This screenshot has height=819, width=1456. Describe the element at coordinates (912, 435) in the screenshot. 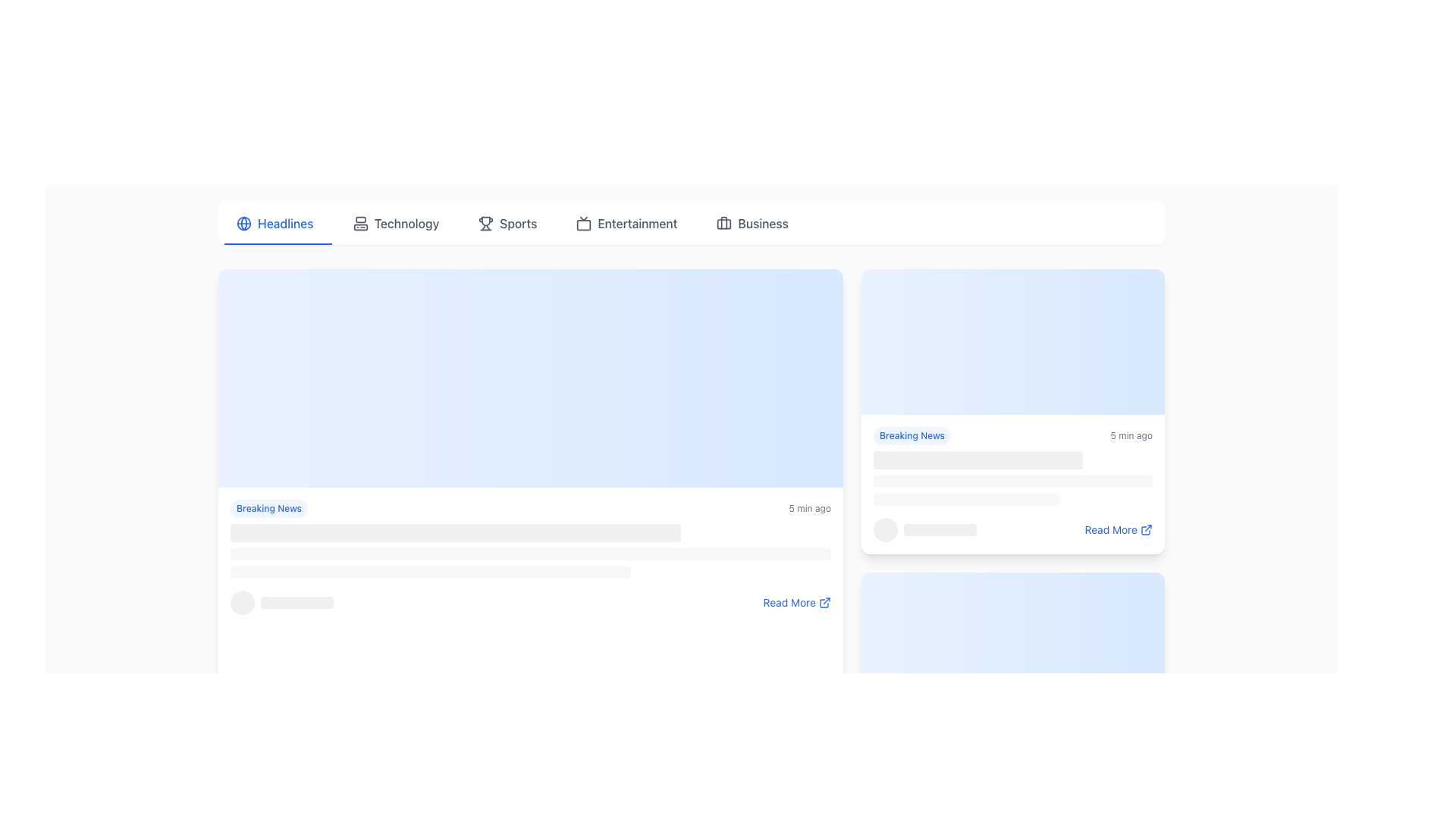

I see `the 'Breaking News' badge, which is a small, rounded rectangular badge with a light blue background and bold blue text, located in the rightmost column of a multi-column layout` at that location.